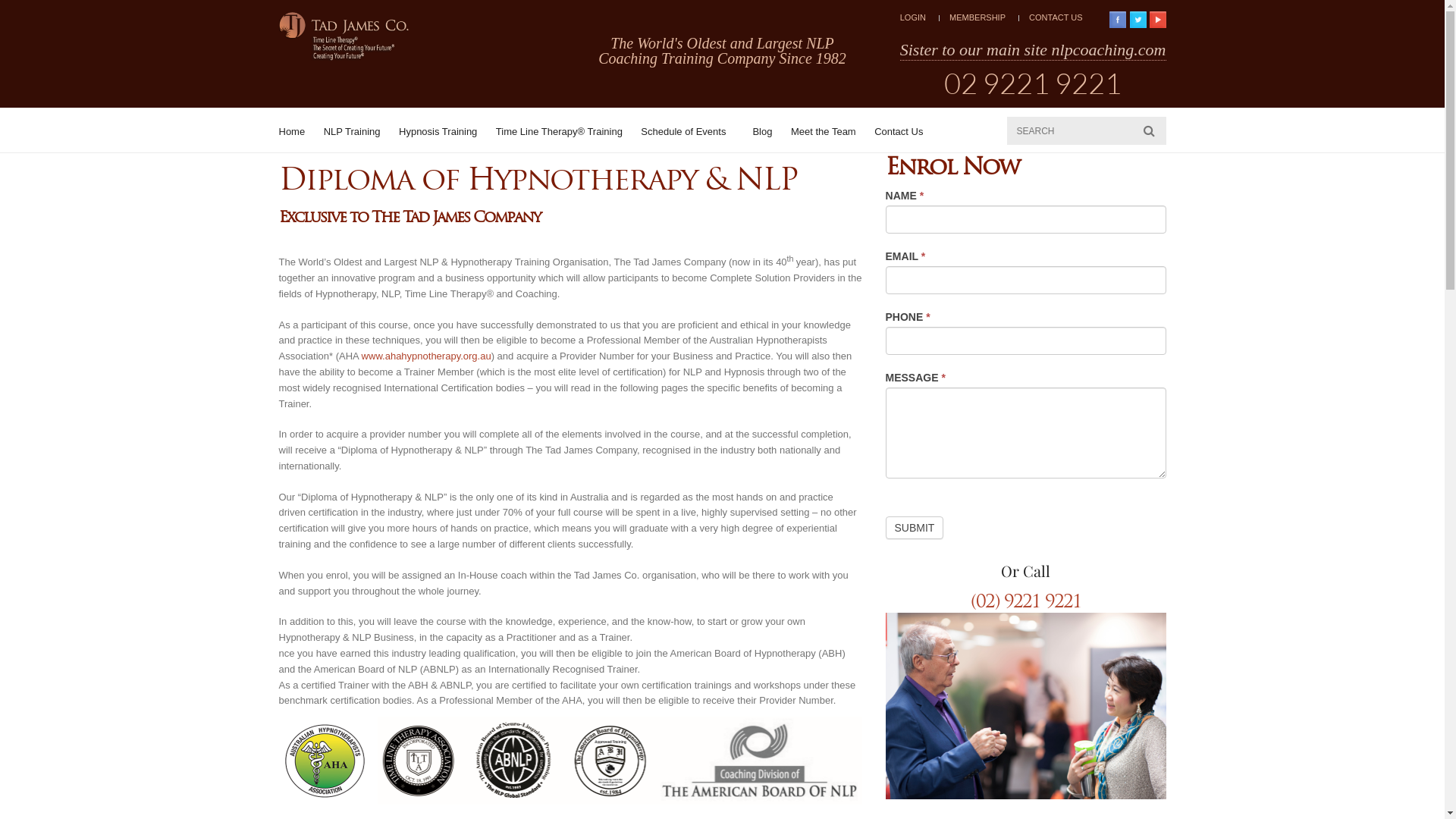 Image resolution: width=1456 pixels, height=819 pixels. What do you see at coordinates (822, 130) in the screenshot?
I see `'Meet the Team'` at bounding box center [822, 130].